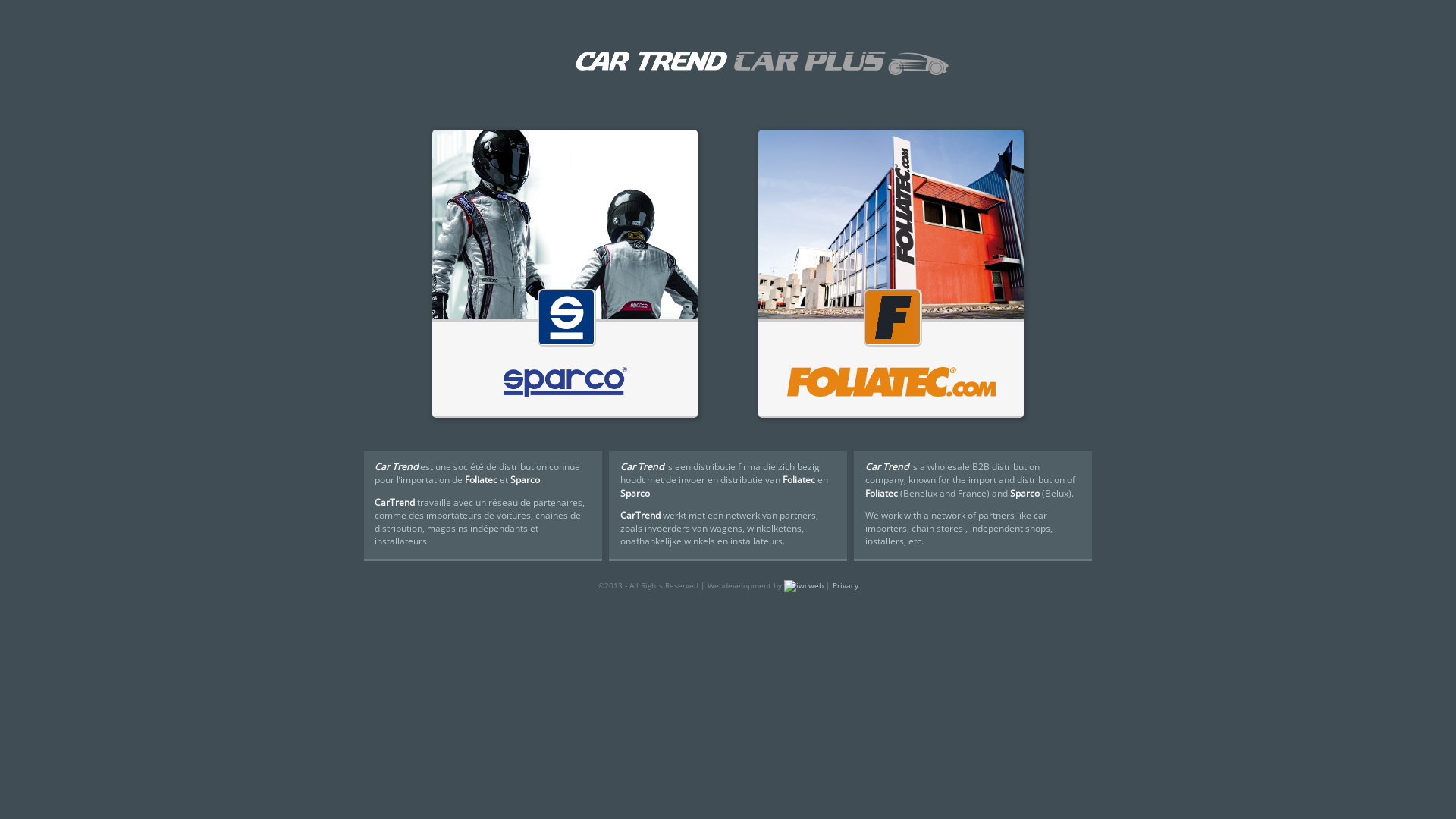 The width and height of the screenshot is (1456, 819). Describe the element at coordinates (844, 584) in the screenshot. I see `'Privacy'` at that location.